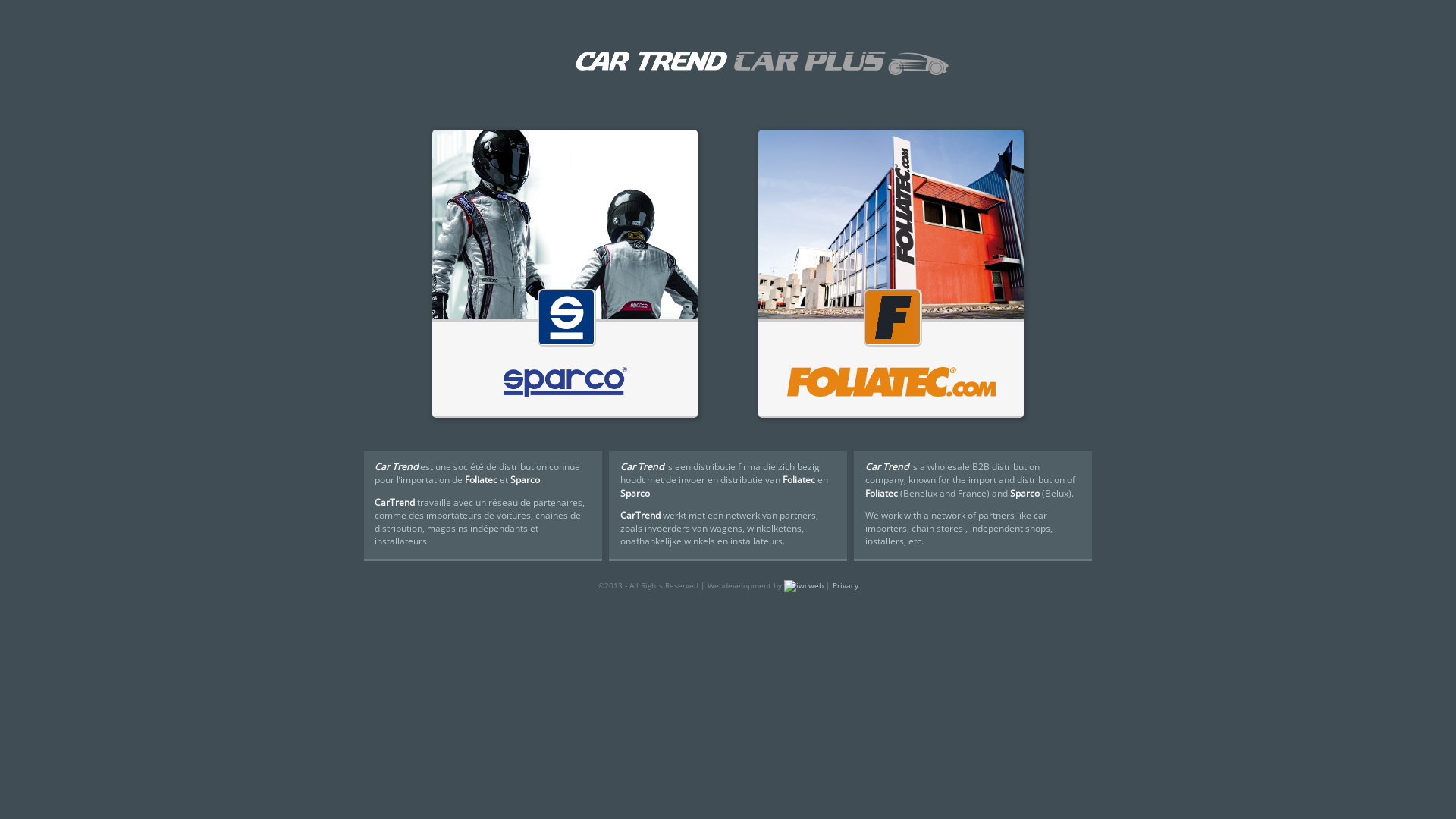 The width and height of the screenshot is (1456, 819). Describe the element at coordinates (844, 584) in the screenshot. I see `'Privacy'` at that location.